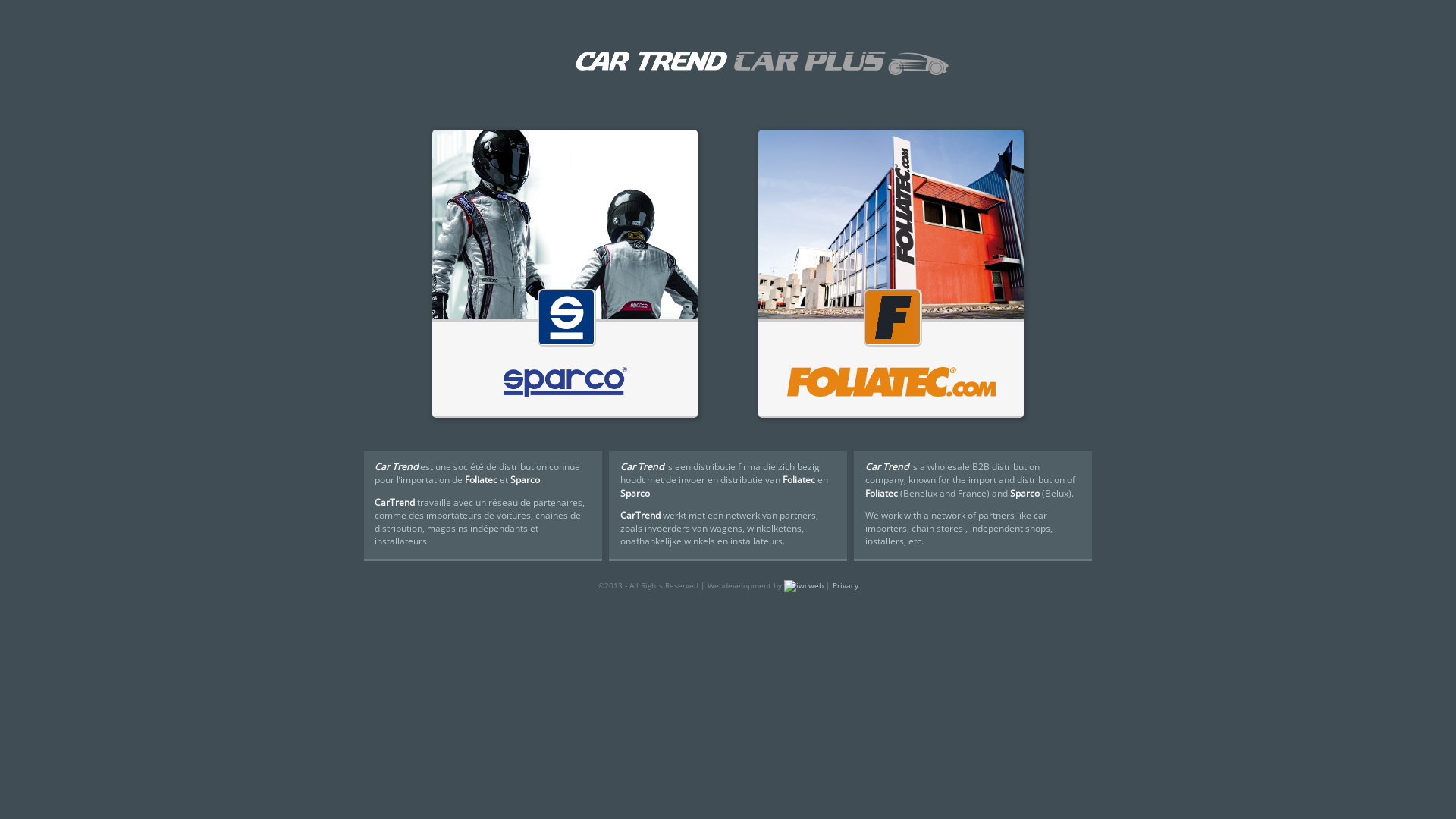 The width and height of the screenshot is (1456, 819). Describe the element at coordinates (844, 584) in the screenshot. I see `'Privacy'` at that location.